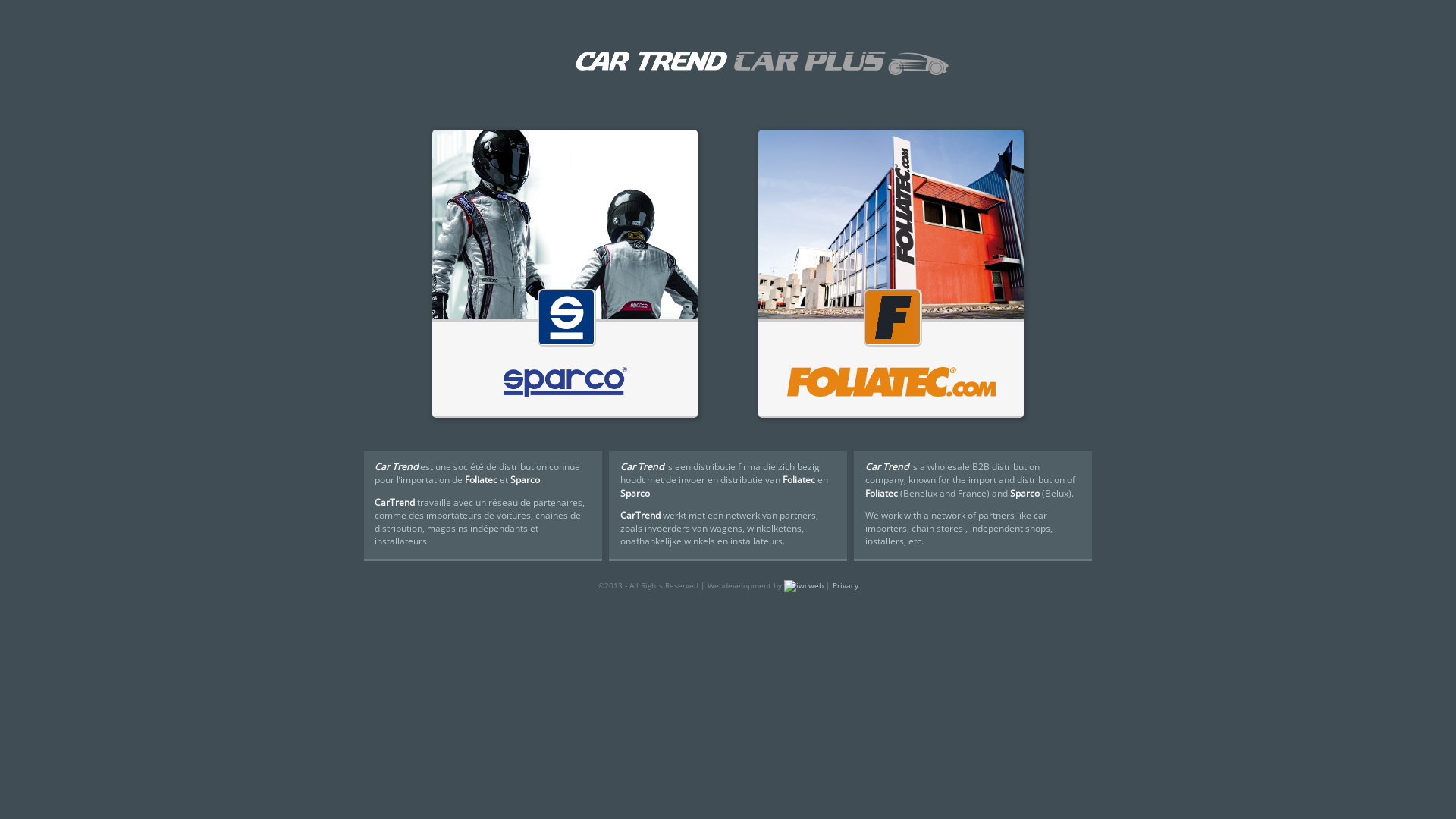 The width and height of the screenshot is (1456, 819). Describe the element at coordinates (844, 584) in the screenshot. I see `'Privacy'` at that location.